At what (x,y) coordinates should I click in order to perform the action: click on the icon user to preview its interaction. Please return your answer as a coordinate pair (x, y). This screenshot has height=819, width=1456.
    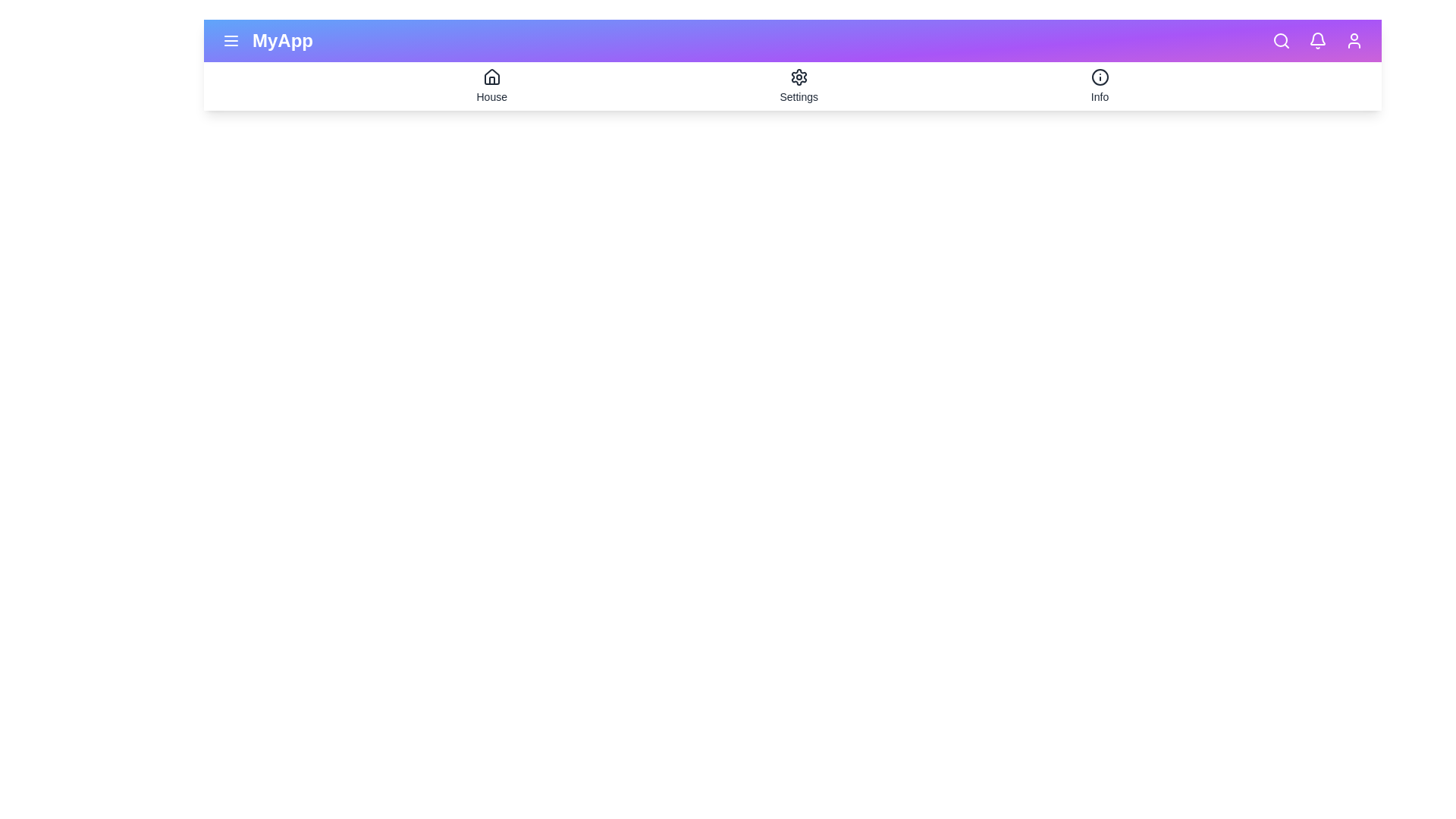
    Looking at the image, I should click on (1354, 40).